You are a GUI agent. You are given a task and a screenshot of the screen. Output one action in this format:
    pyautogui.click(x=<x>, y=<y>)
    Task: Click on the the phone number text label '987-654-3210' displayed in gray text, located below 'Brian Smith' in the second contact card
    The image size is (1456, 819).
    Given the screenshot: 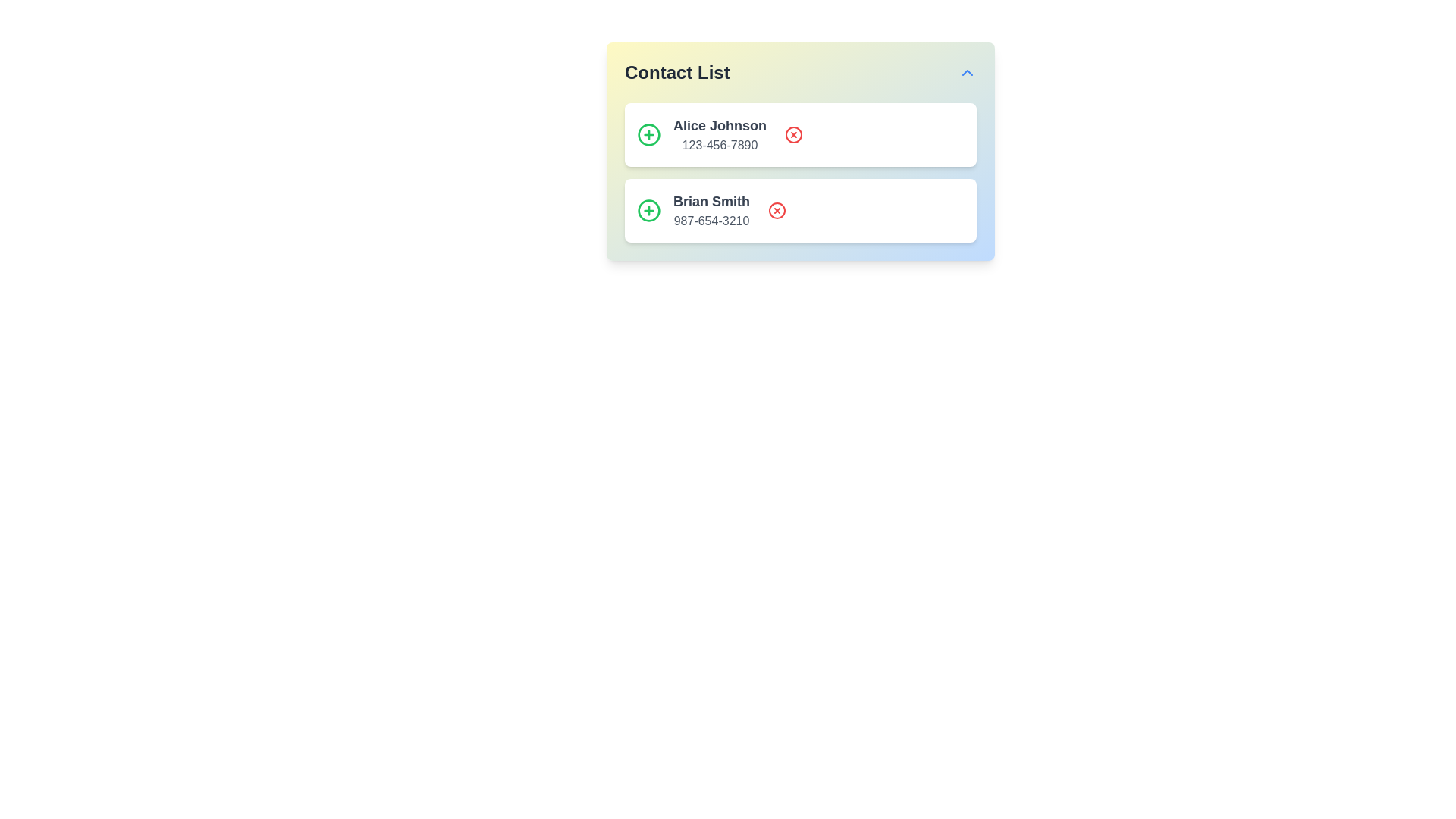 What is the action you would take?
    pyautogui.click(x=711, y=221)
    